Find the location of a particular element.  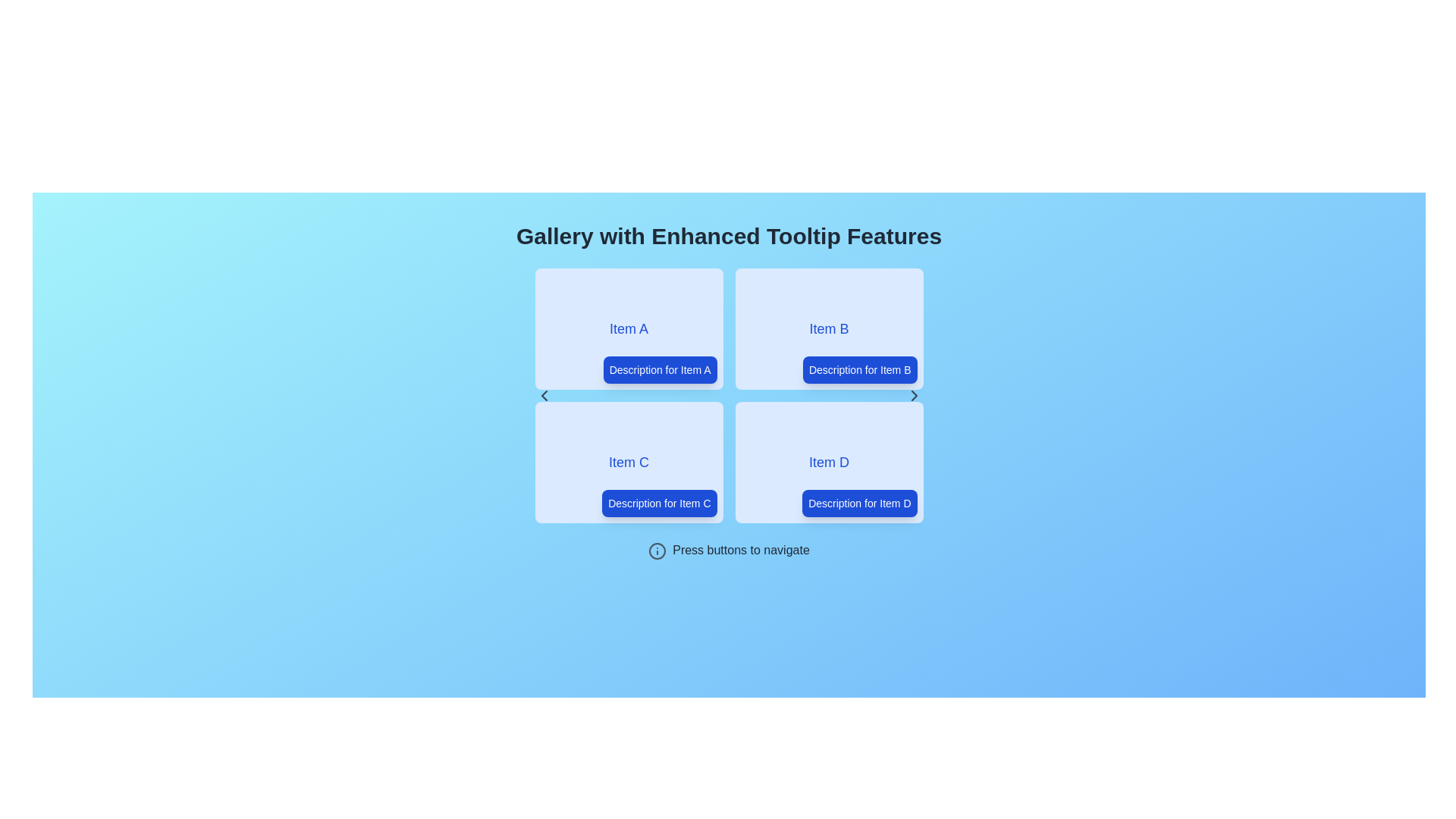

the small left-pointing chevron icon is located at coordinates (544, 394).